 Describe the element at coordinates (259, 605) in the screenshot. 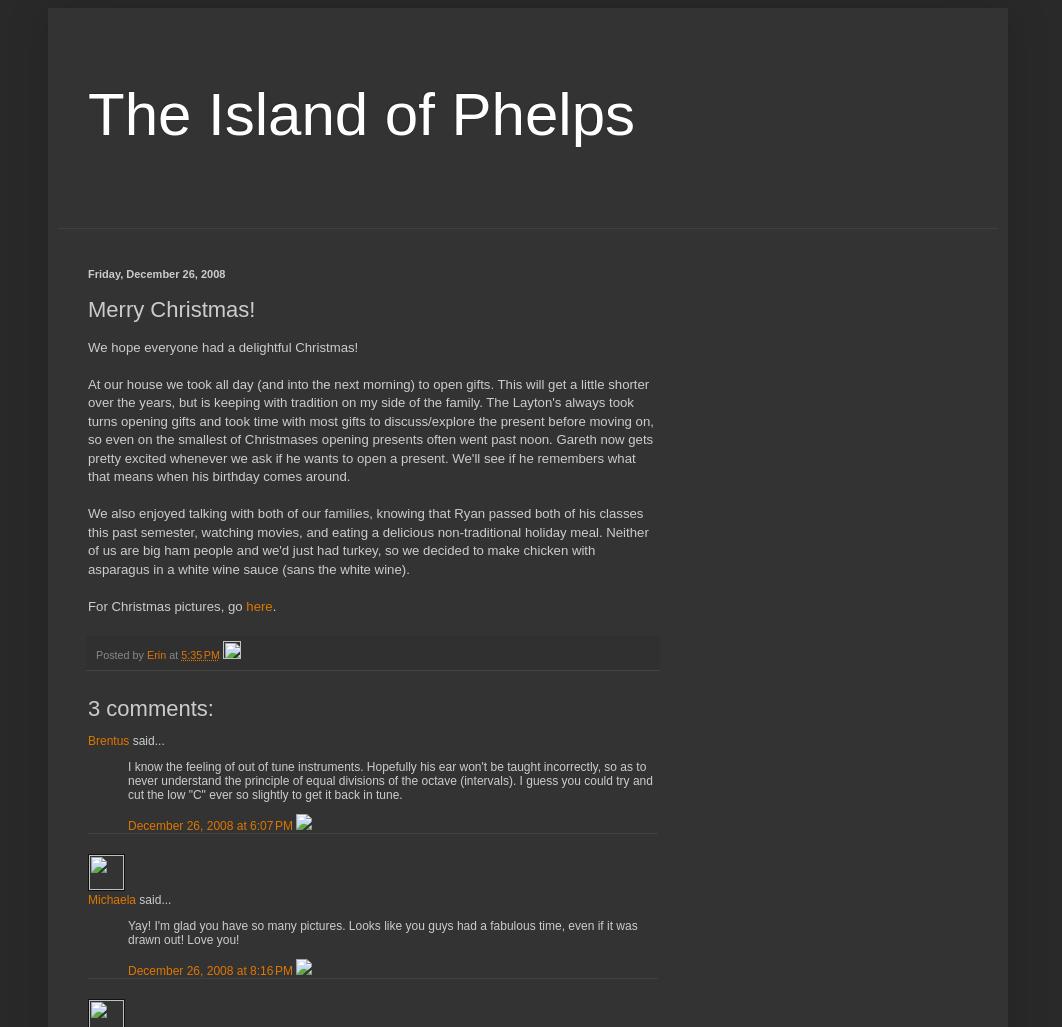

I see `'here'` at that location.